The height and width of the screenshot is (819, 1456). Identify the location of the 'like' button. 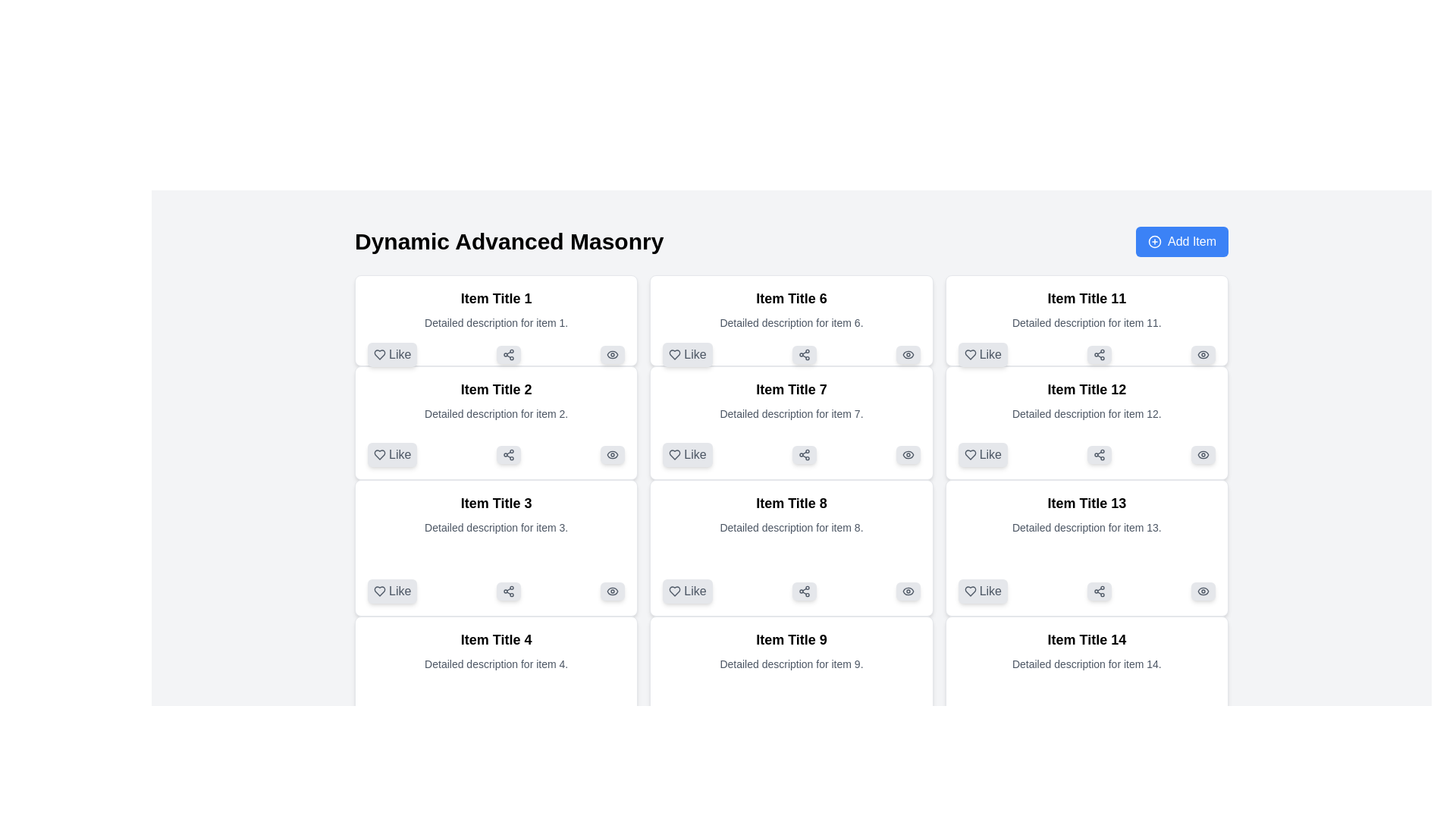
(392, 454).